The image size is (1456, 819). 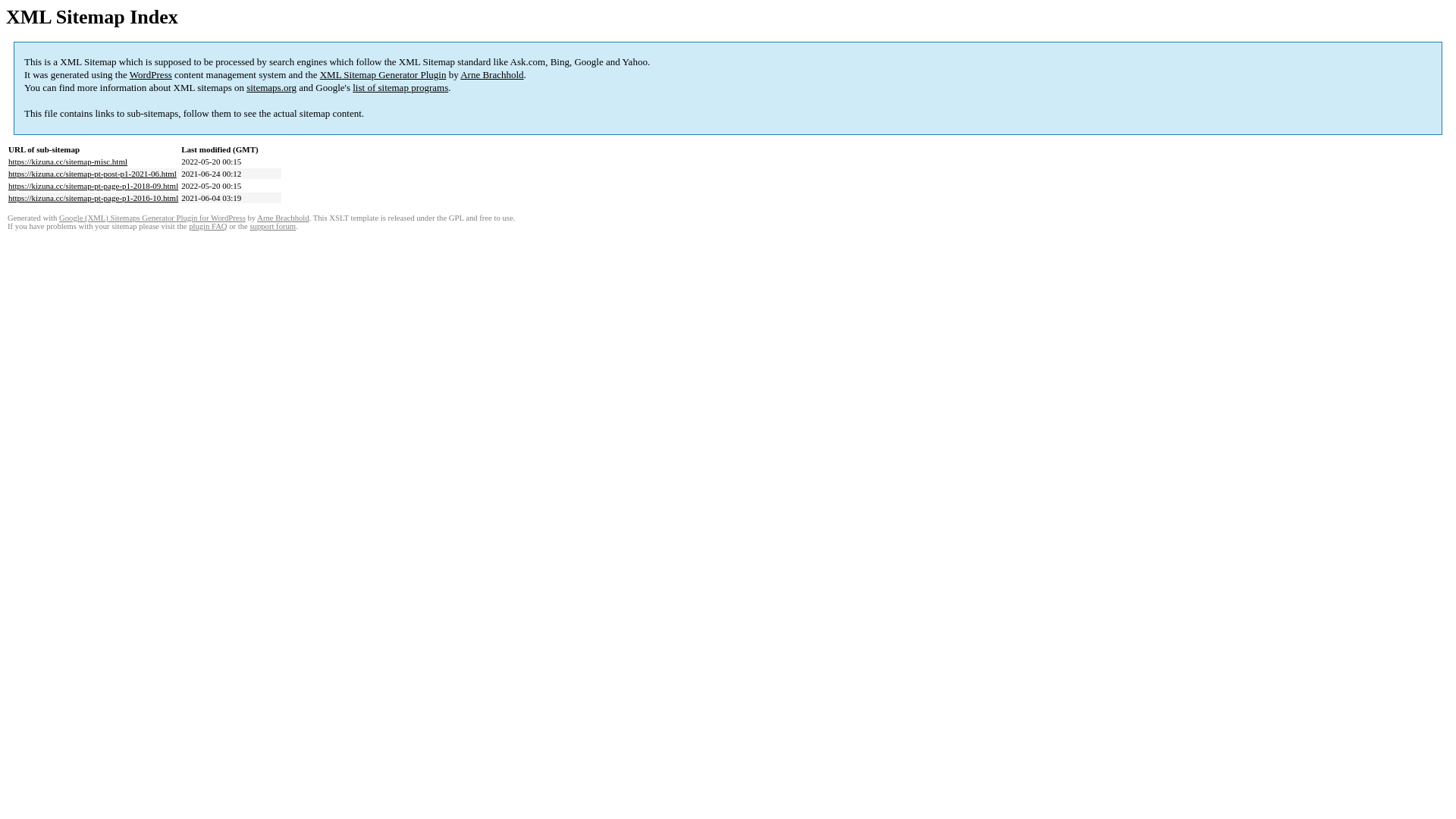 What do you see at coordinates (271, 87) in the screenshot?
I see `'sitemaps.org'` at bounding box center [271, 87].